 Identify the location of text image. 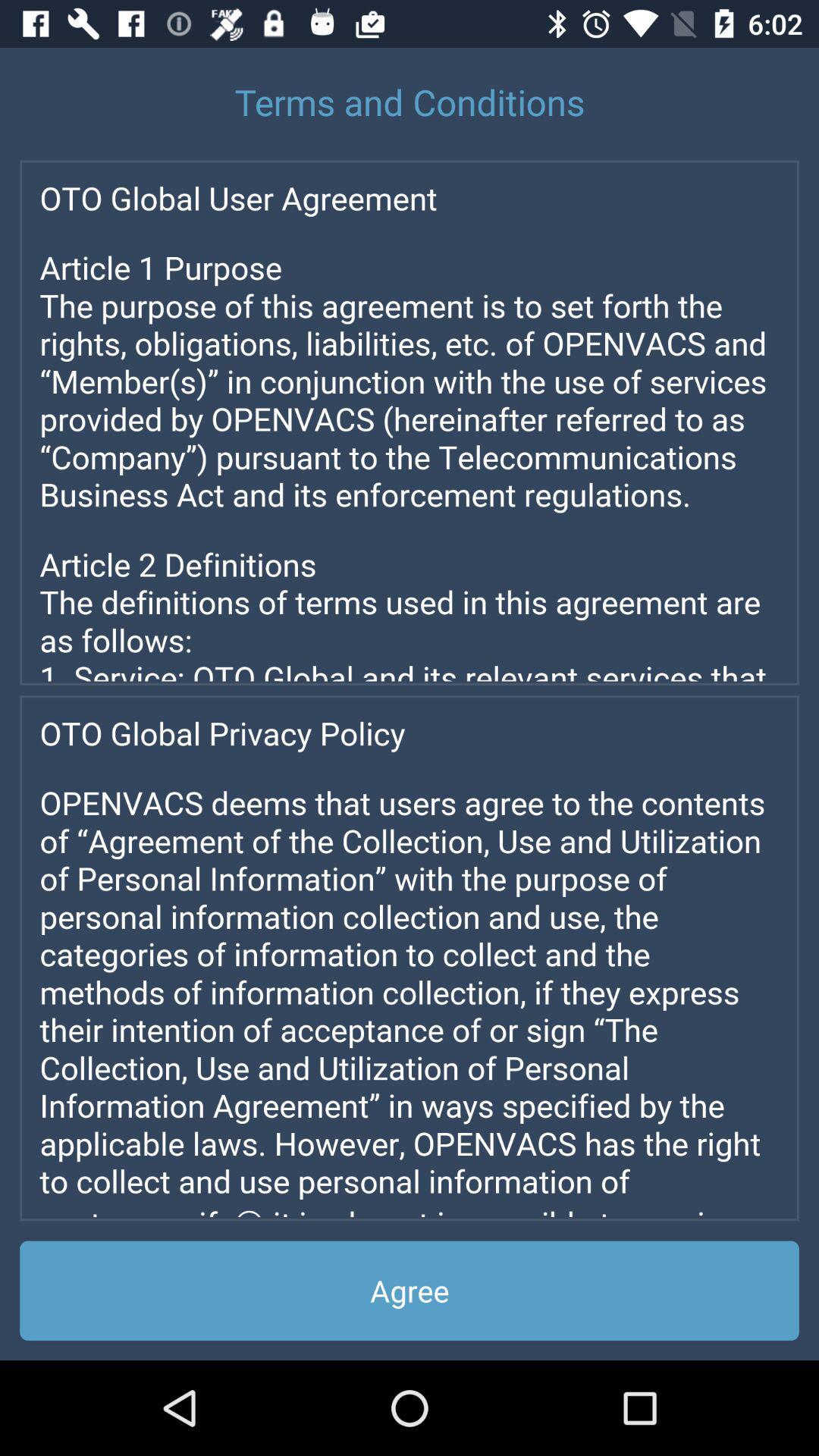
(409, 957).